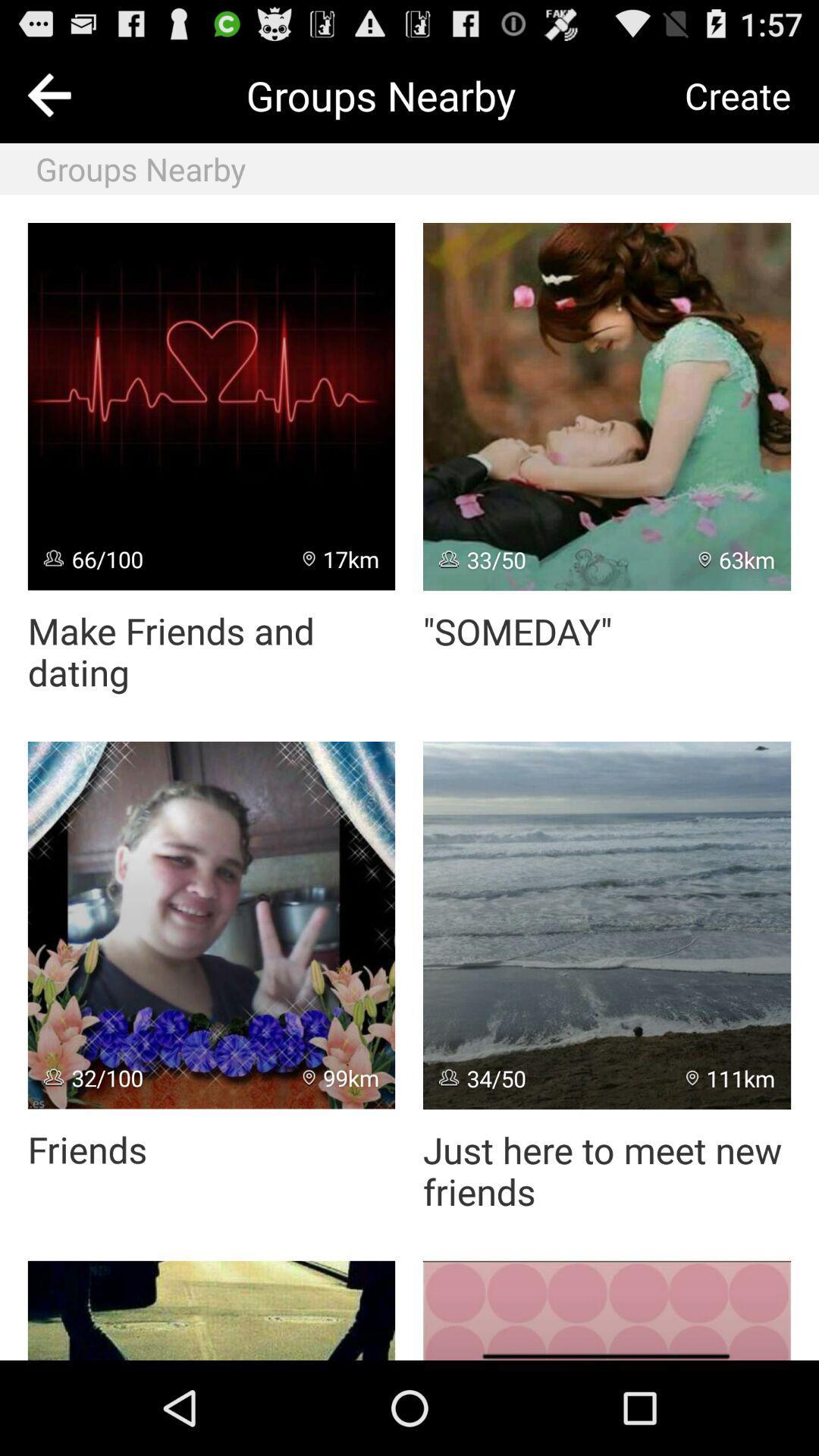 This screenshot has width=819, height=1456. I want to click on item to the right of 66/100, so click(341, 558).